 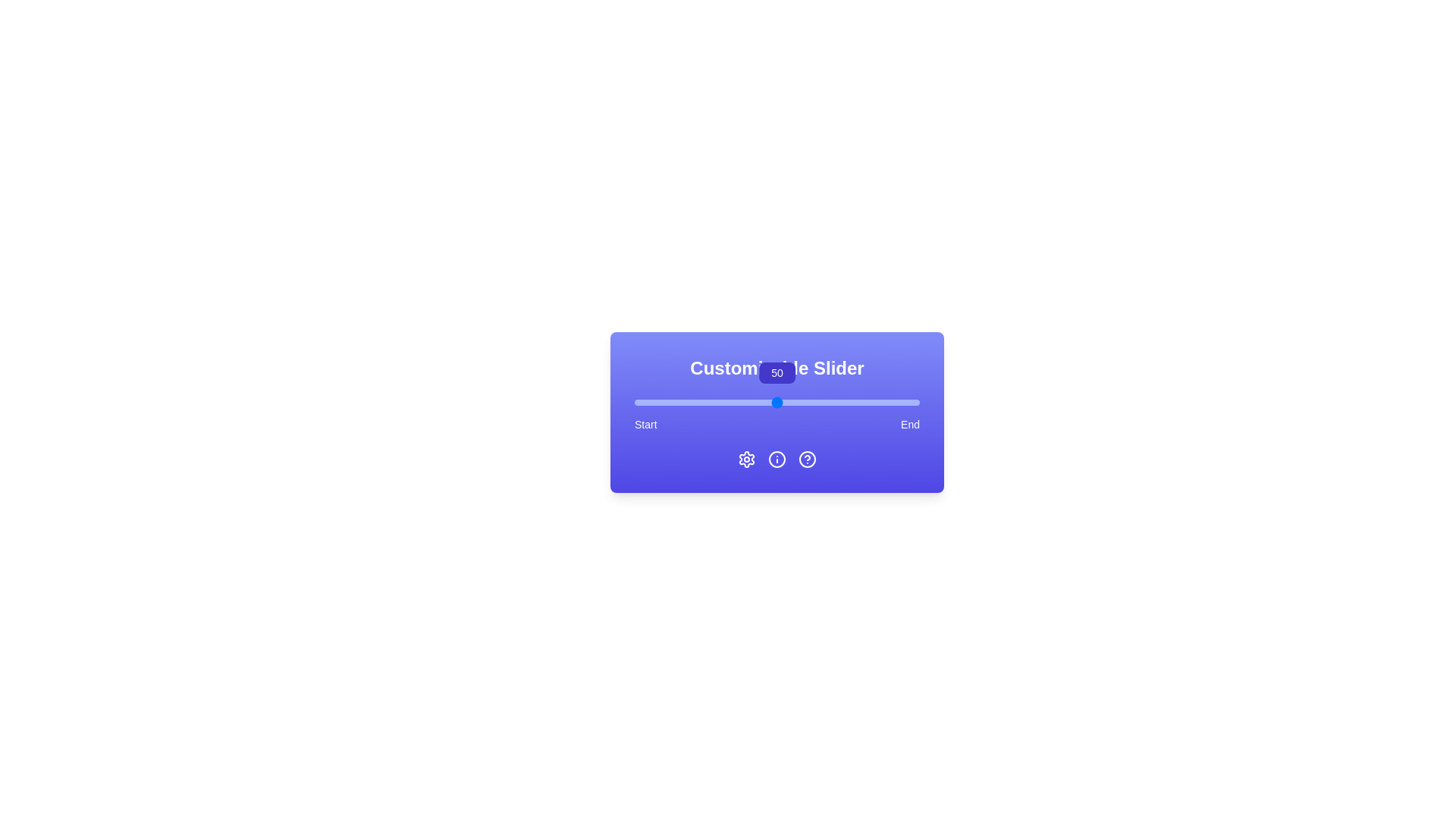 I want to click on the slider to set the value to 76, so click(x=851, y=402).